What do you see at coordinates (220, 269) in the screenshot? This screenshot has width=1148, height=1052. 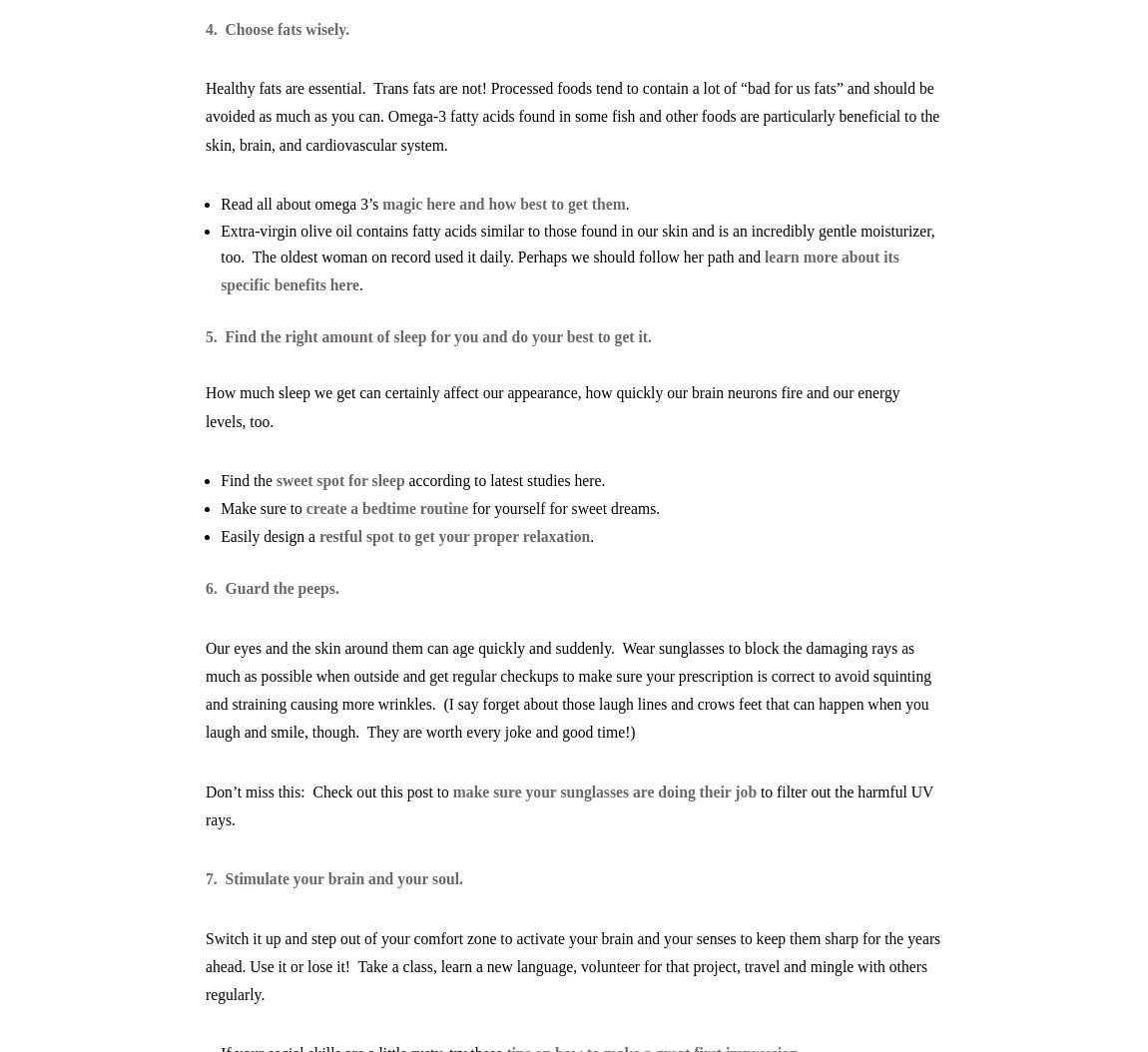 I see `'learn more about its specific benefits here'` at bounding box center [220, 269].